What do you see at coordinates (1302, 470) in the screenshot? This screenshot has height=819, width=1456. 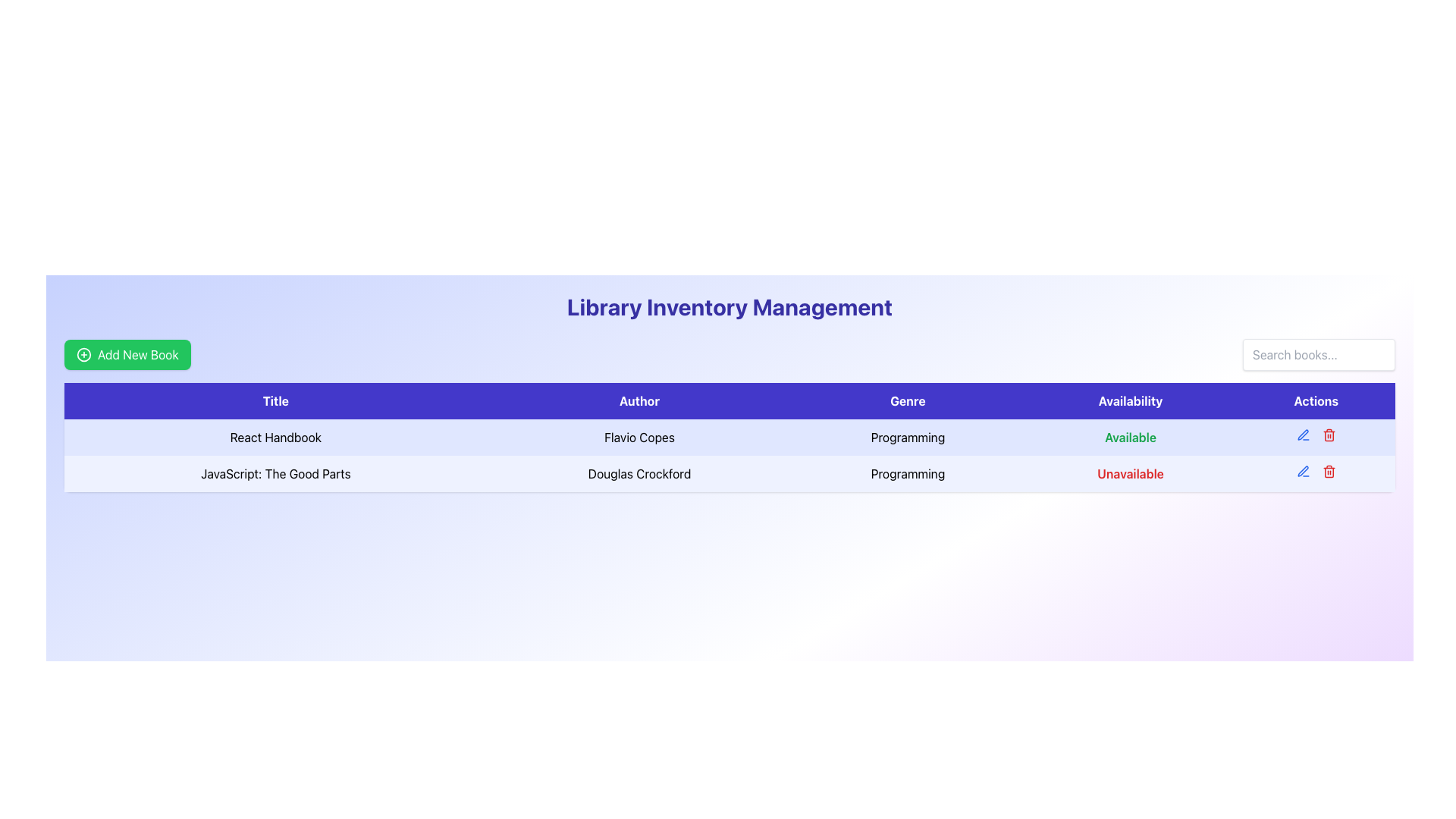 I see `the blue pencil-shaped icon button in the 'Actions' column of the table, located next to the 'Available' label` at bounding box center [1302, 470].